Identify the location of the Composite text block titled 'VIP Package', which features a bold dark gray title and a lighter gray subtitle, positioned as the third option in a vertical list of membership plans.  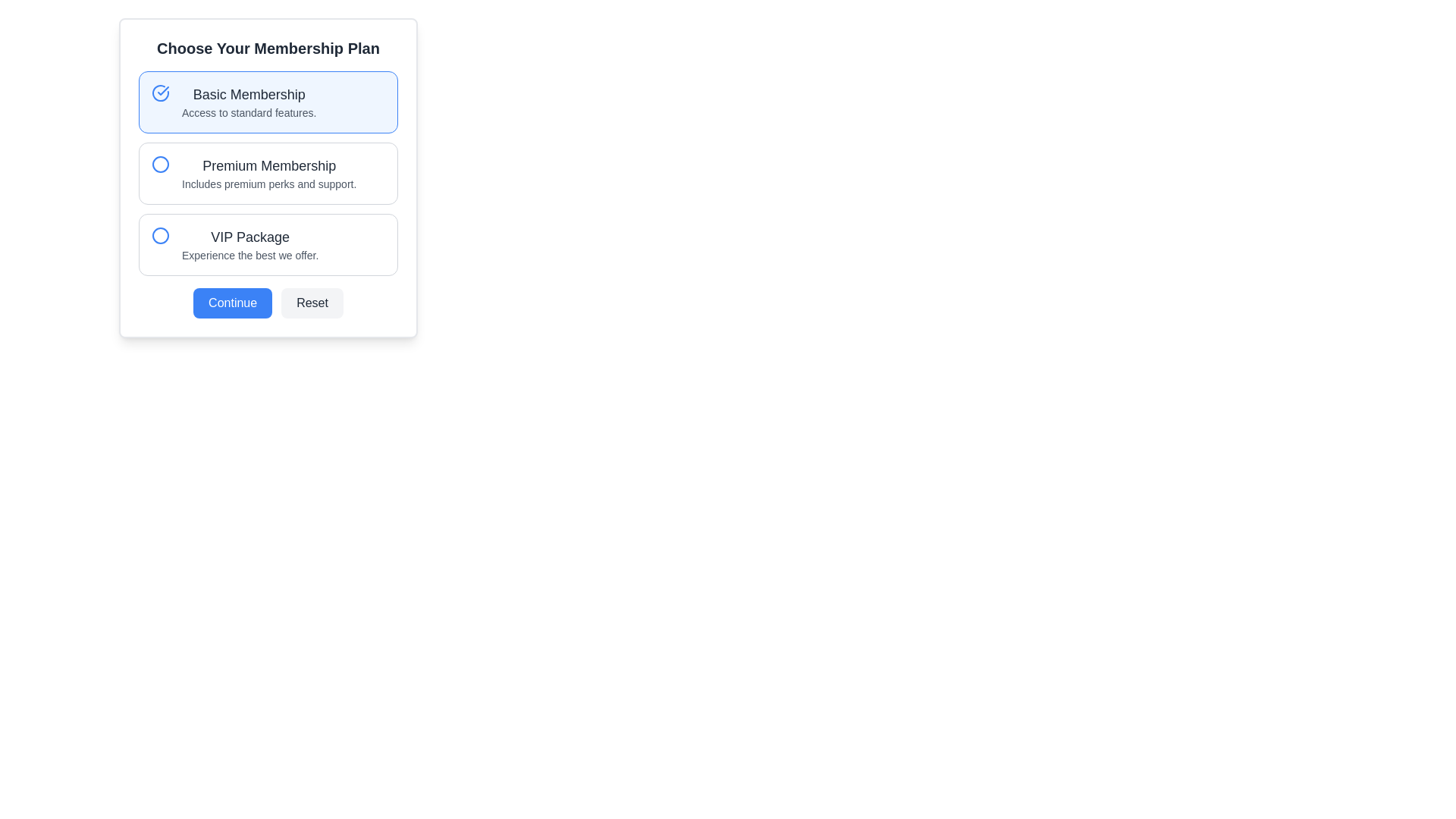
(250, 244).